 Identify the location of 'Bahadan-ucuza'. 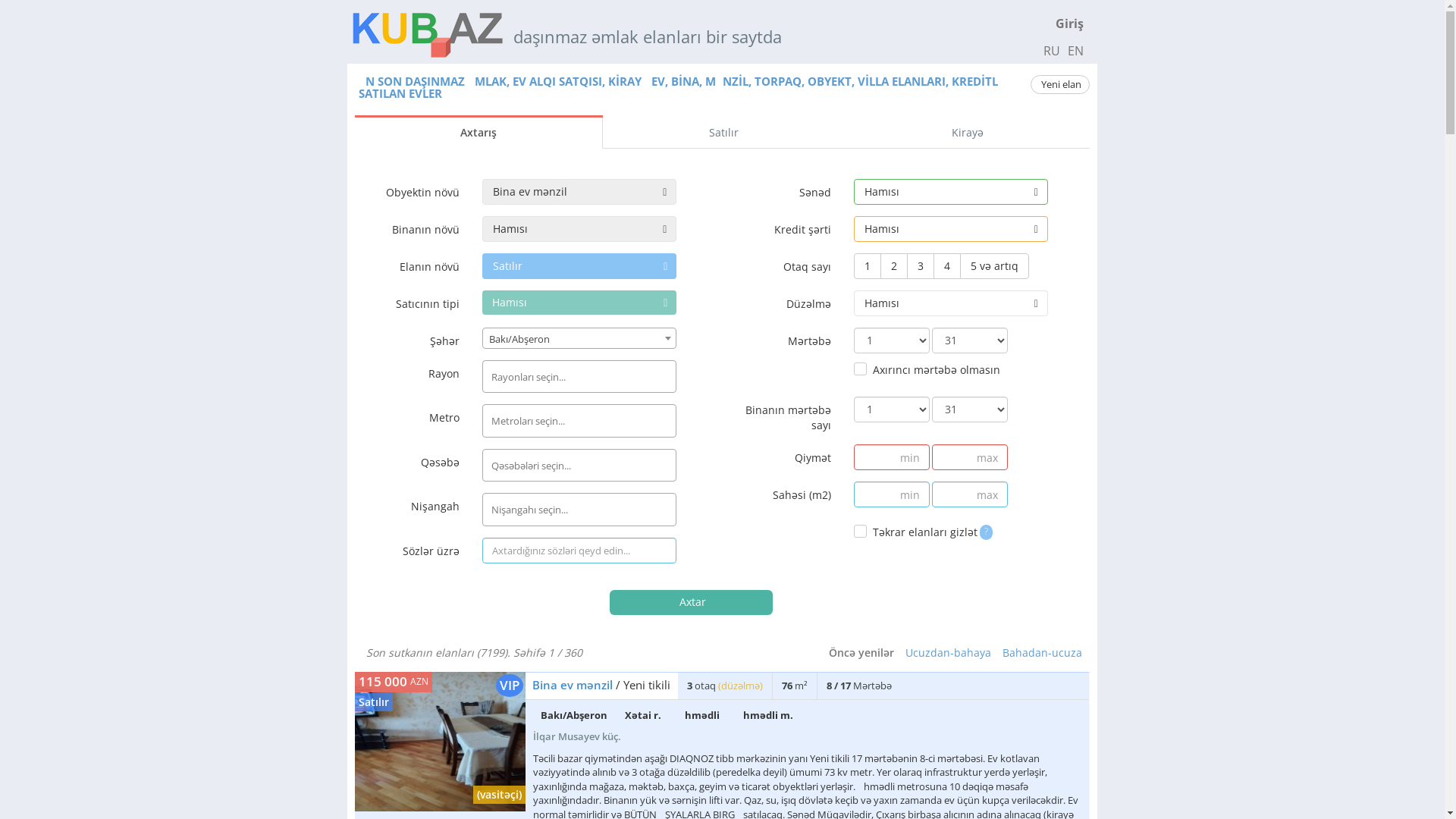
(1041, 651).